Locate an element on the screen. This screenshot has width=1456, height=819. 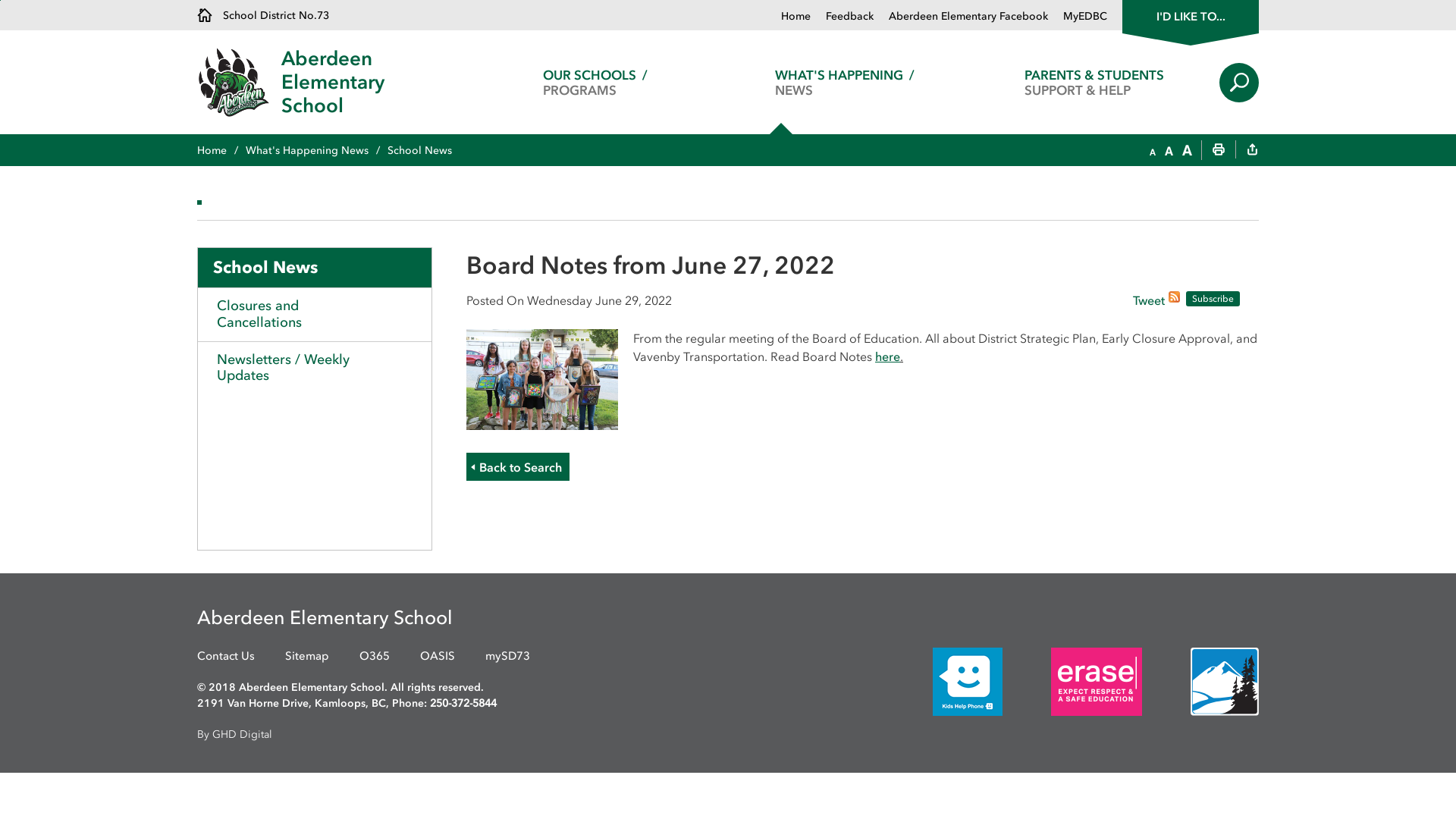
'Open new window to view Kids Help Phone' is located at coordinates (944, 679).